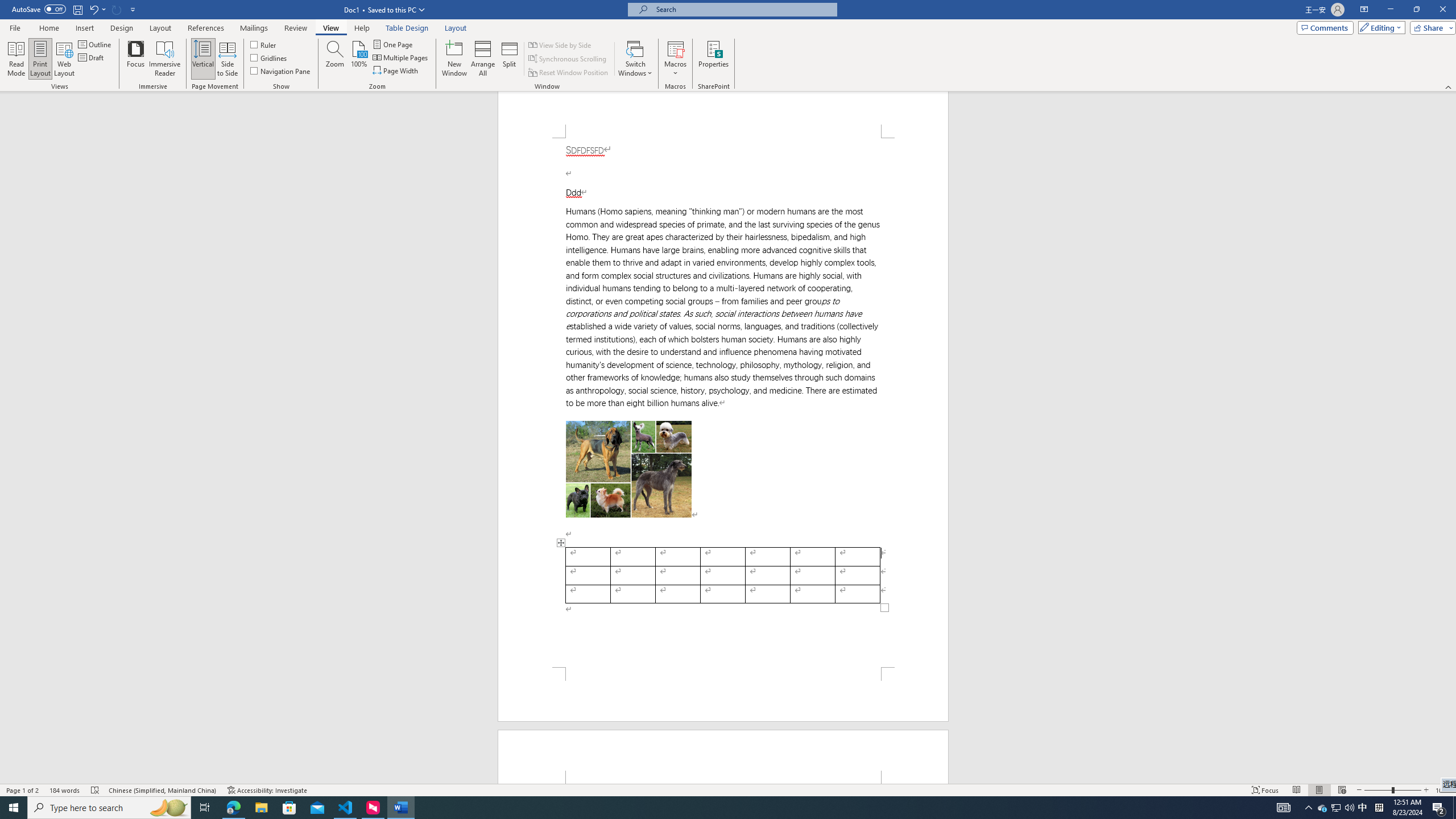  I want to click on 'View Side by Side', so click(561, 44).